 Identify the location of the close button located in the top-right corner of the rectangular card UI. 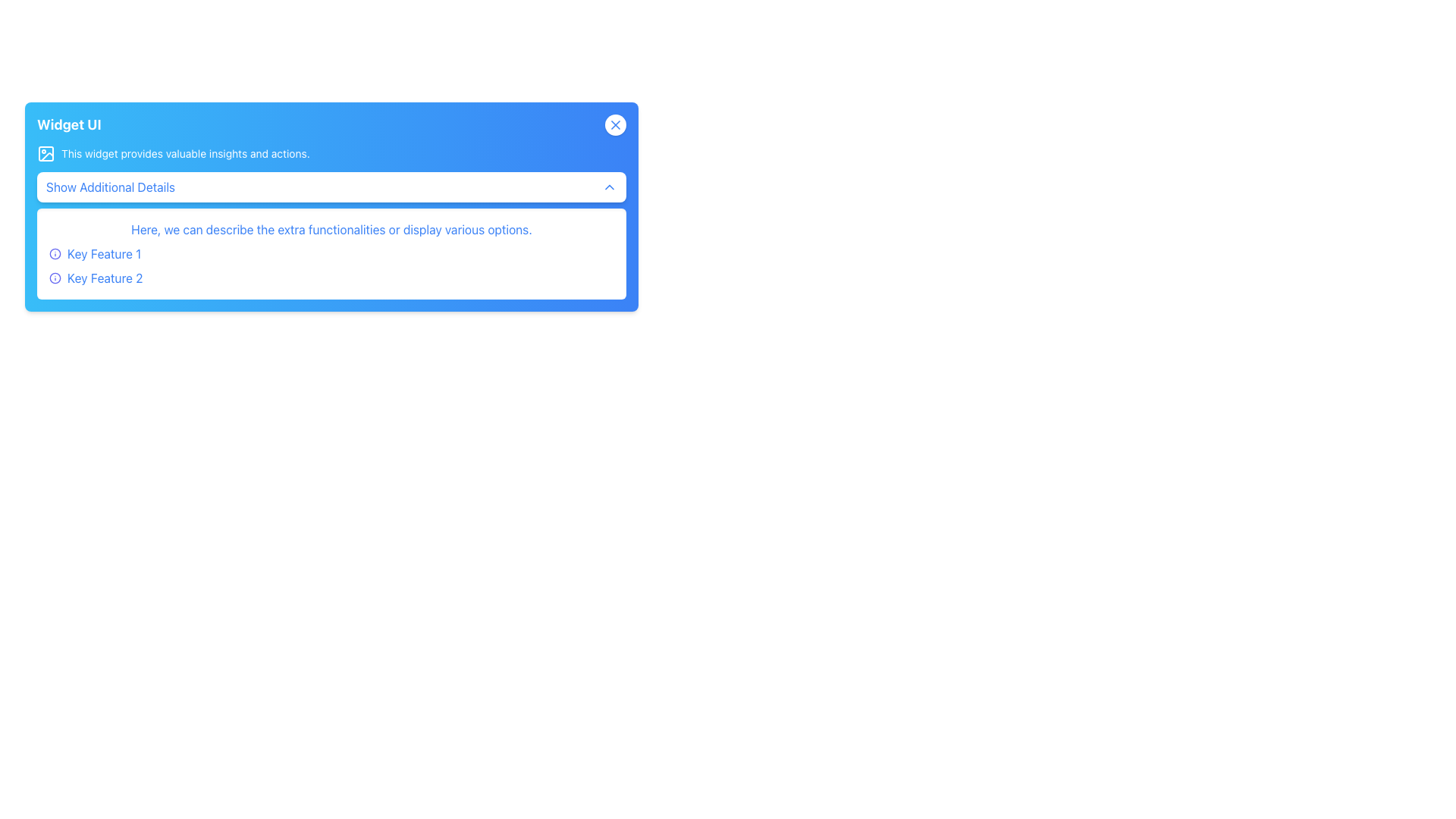
(615, 124).